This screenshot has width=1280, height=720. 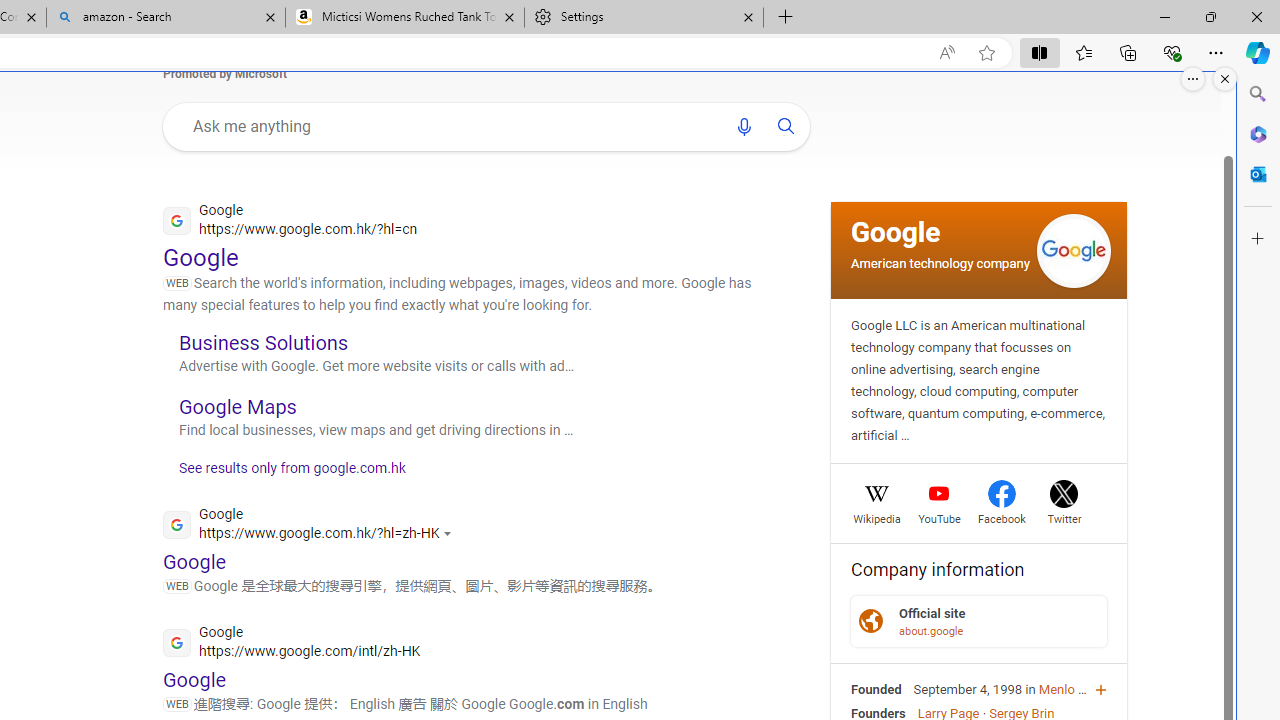 What do you see at coordinates (1224, 78) in the screenshot?
I see `'Close split screen.'` at bounding box center [1224, 78].